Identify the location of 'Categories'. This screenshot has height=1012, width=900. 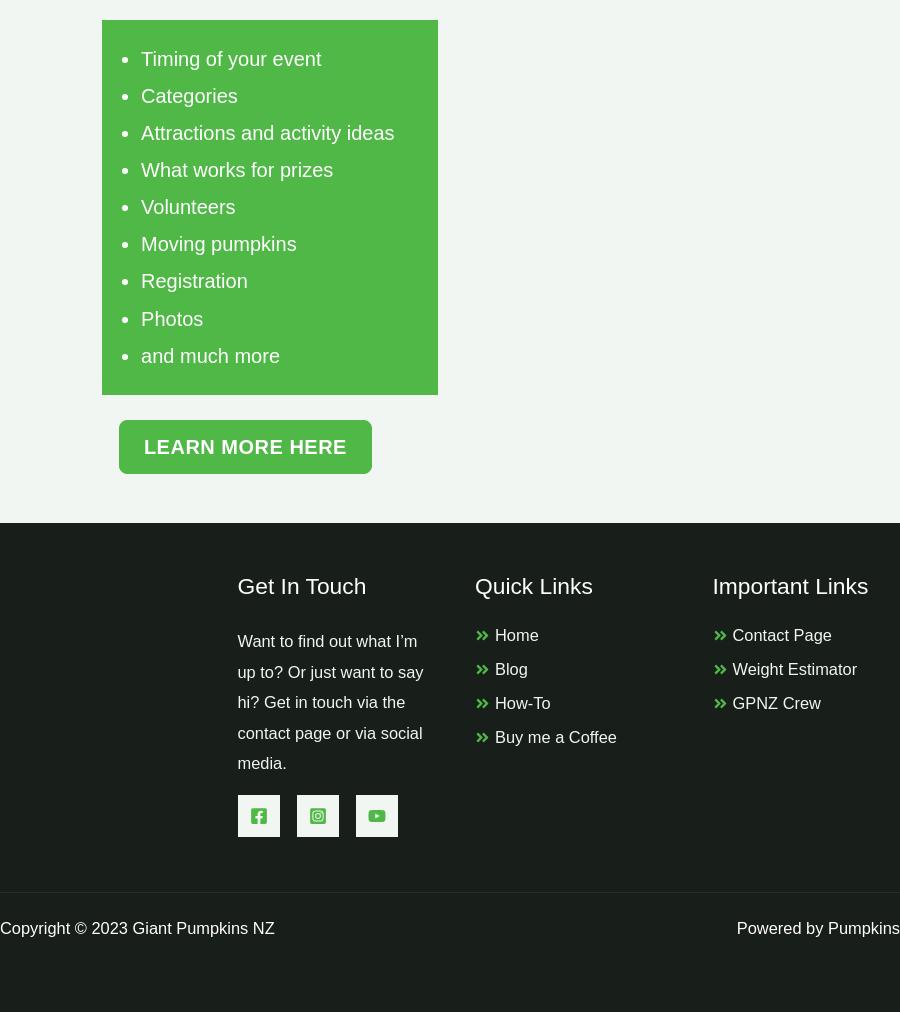
(141, 94).